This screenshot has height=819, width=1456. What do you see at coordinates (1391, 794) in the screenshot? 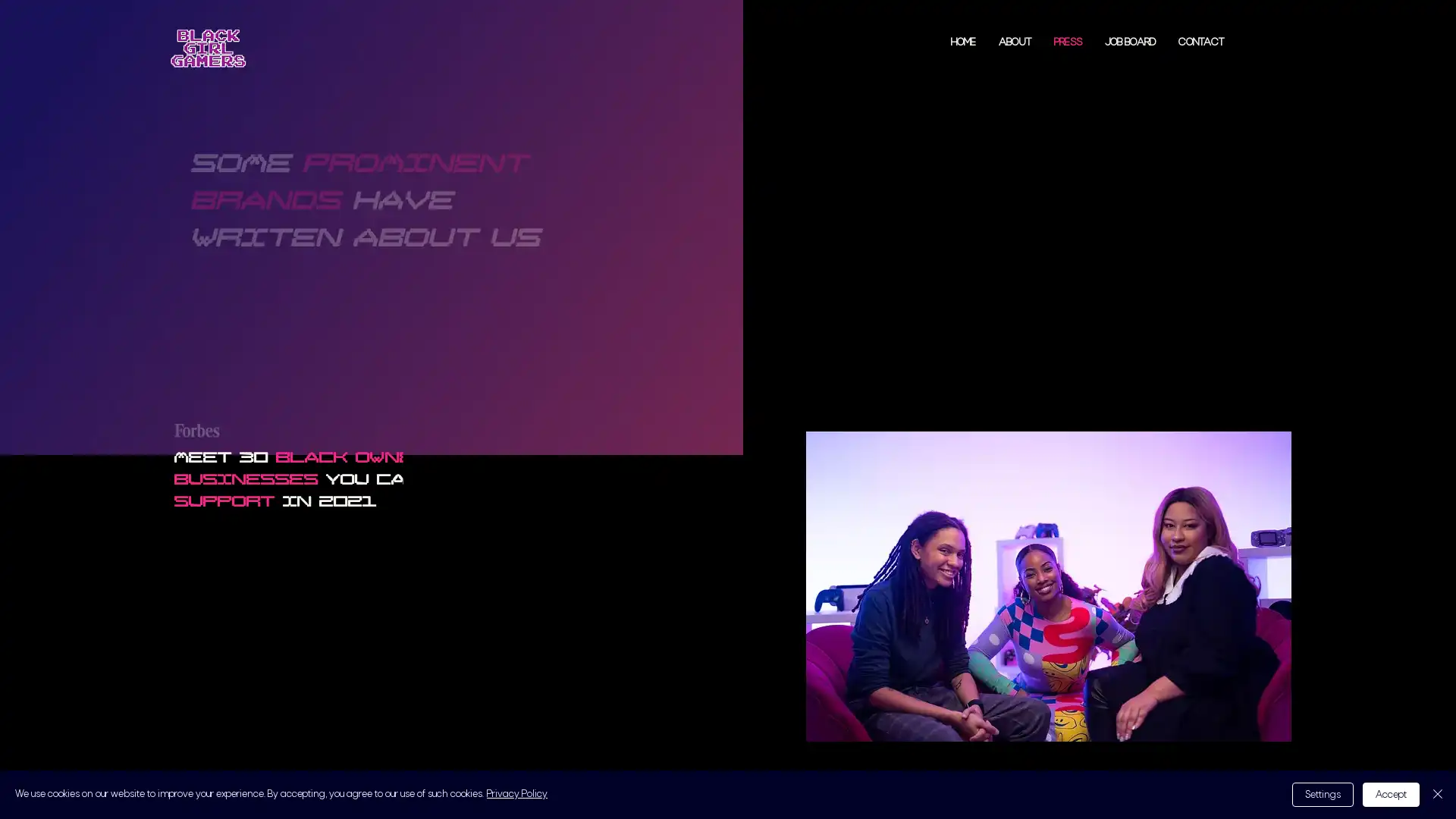
I see `Accept` at bounding box center [1391, 794].